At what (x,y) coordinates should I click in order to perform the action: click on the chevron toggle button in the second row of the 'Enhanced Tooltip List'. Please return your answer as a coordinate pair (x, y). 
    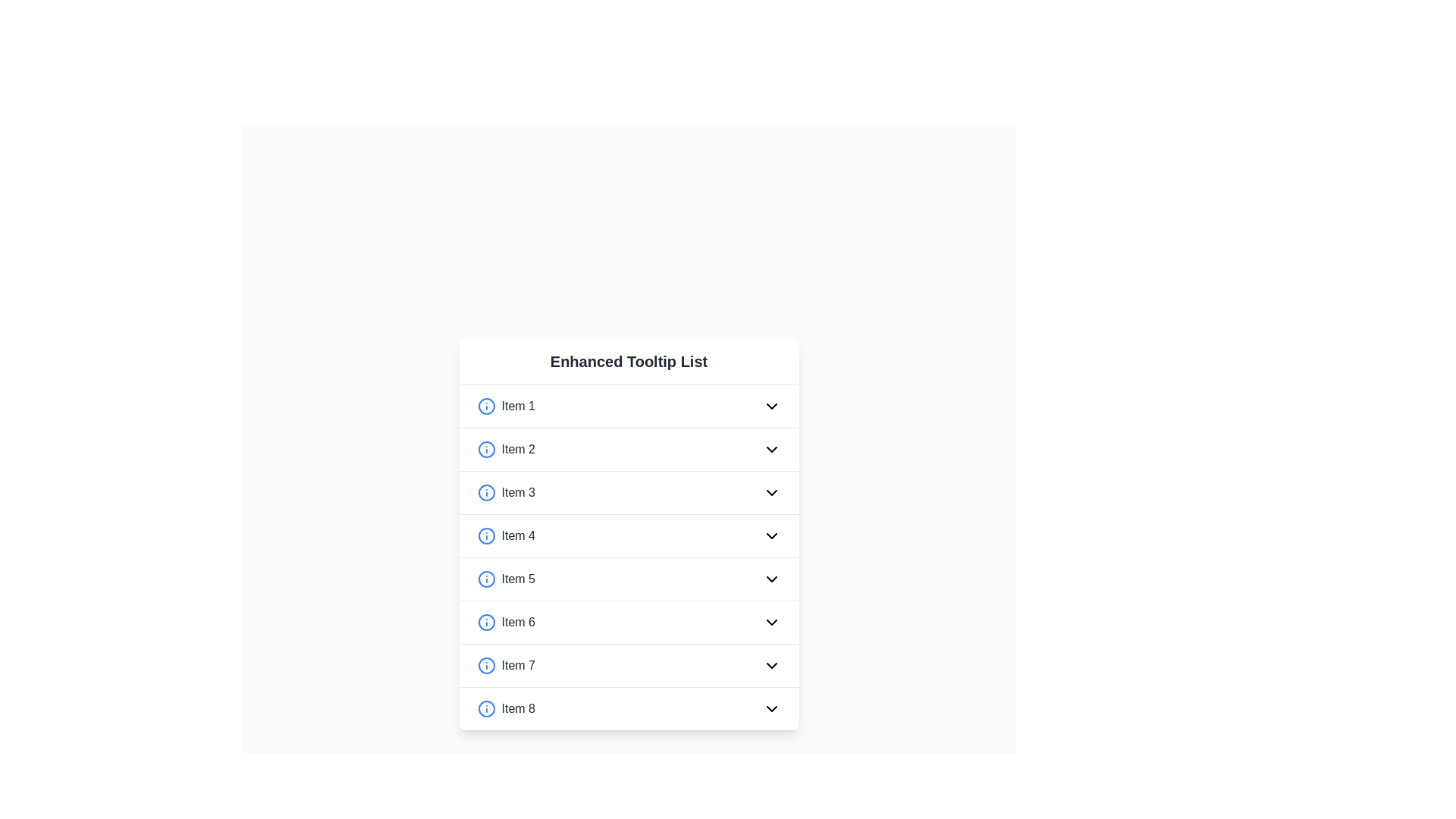
    Looking at the image, I should click on (771, 449).